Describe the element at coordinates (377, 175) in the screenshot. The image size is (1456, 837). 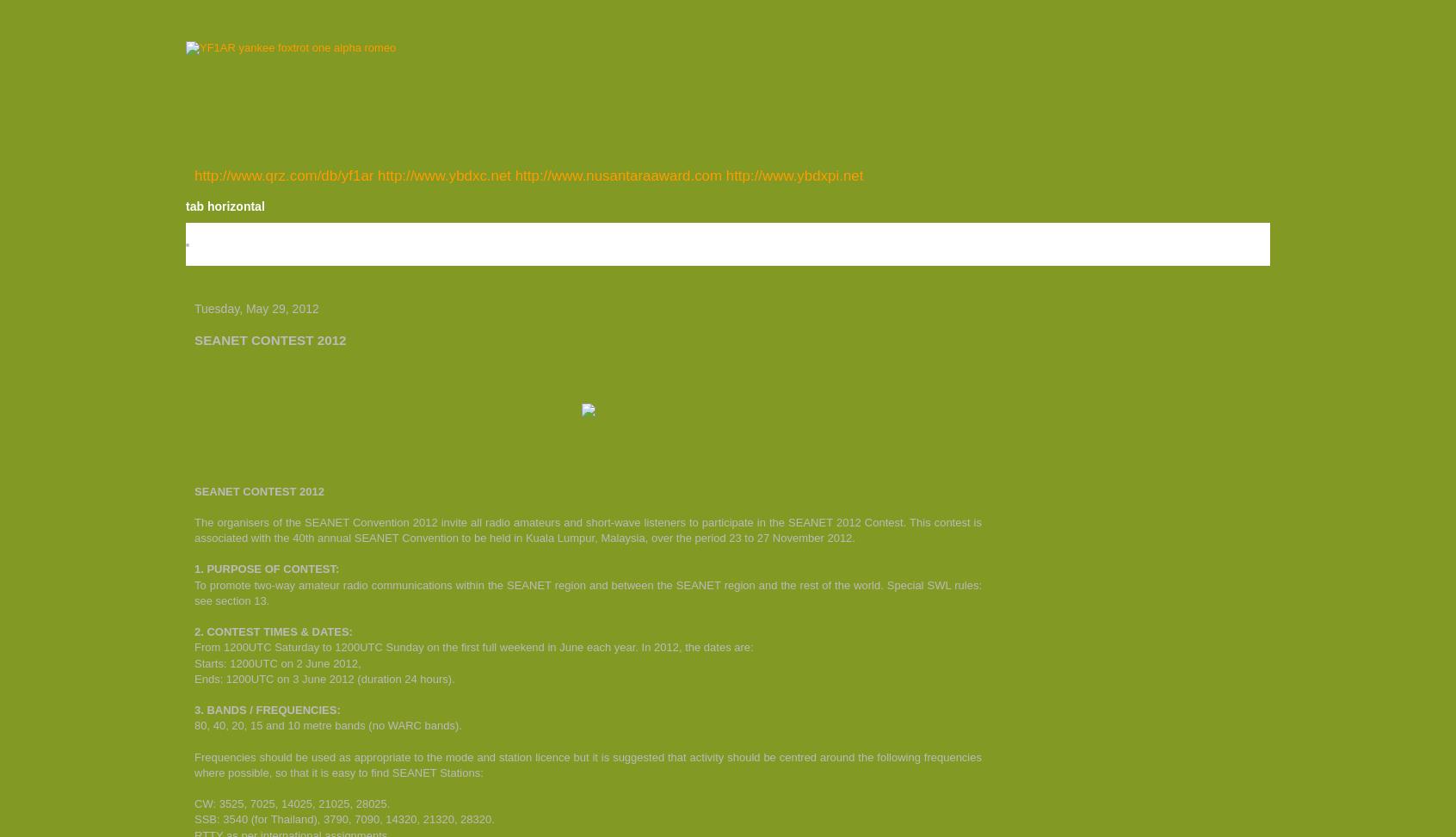
I see `'http://www.ybdxc.net'` at that location.